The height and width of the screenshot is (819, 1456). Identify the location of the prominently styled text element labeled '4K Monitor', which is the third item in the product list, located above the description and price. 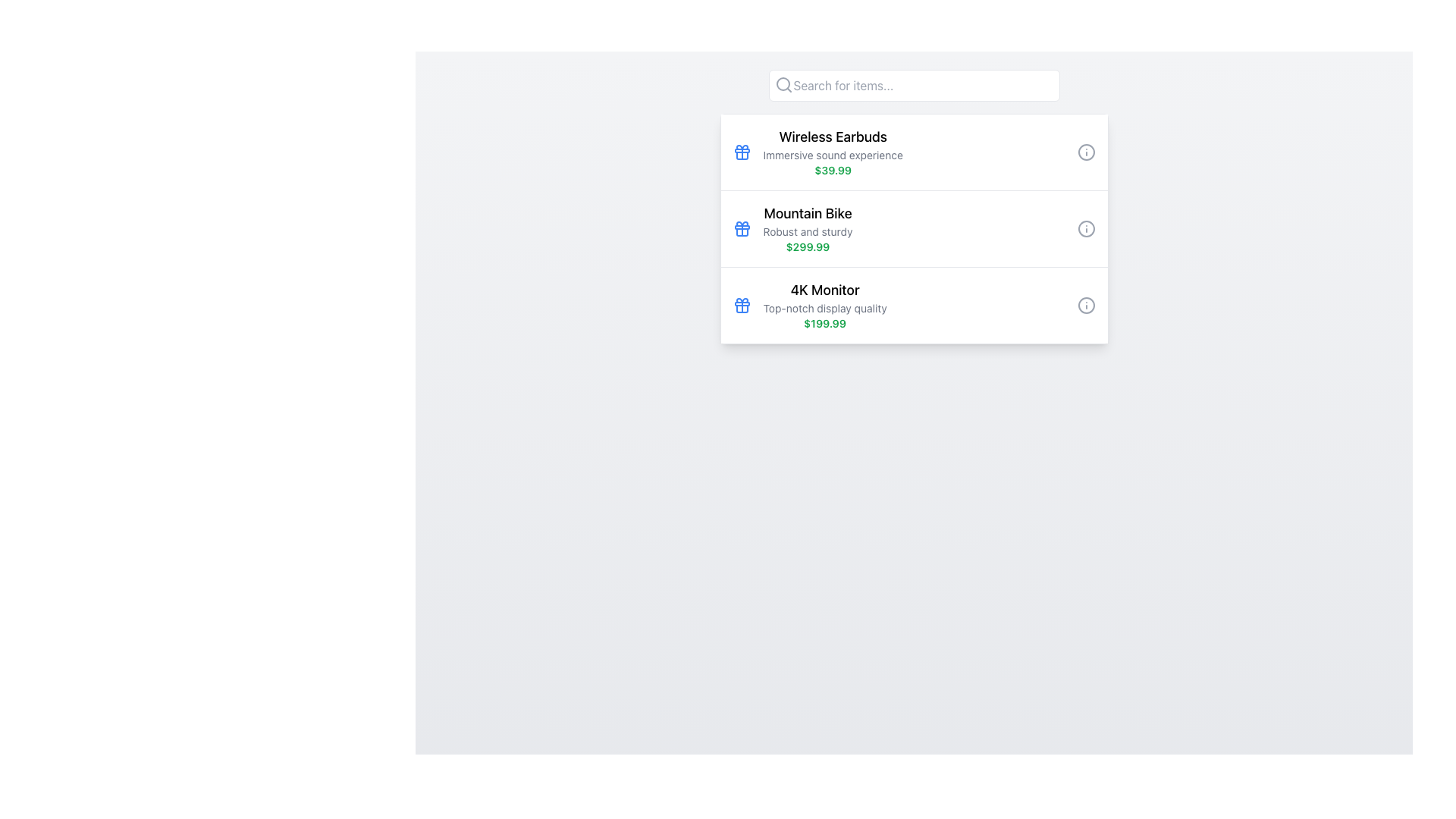
(824, 290).